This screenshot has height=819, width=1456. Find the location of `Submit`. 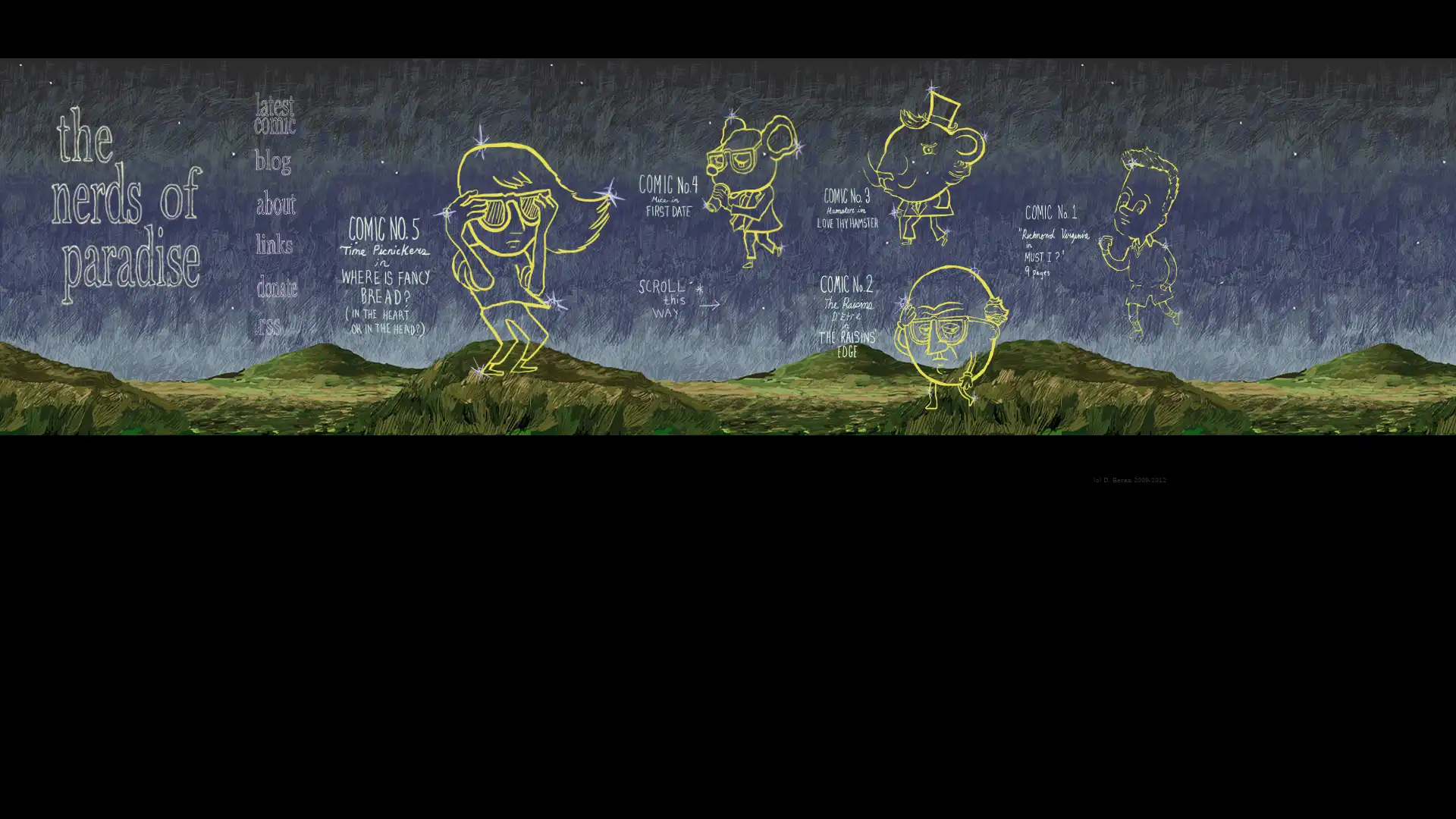

Submit is located at coordinates (276, 286).